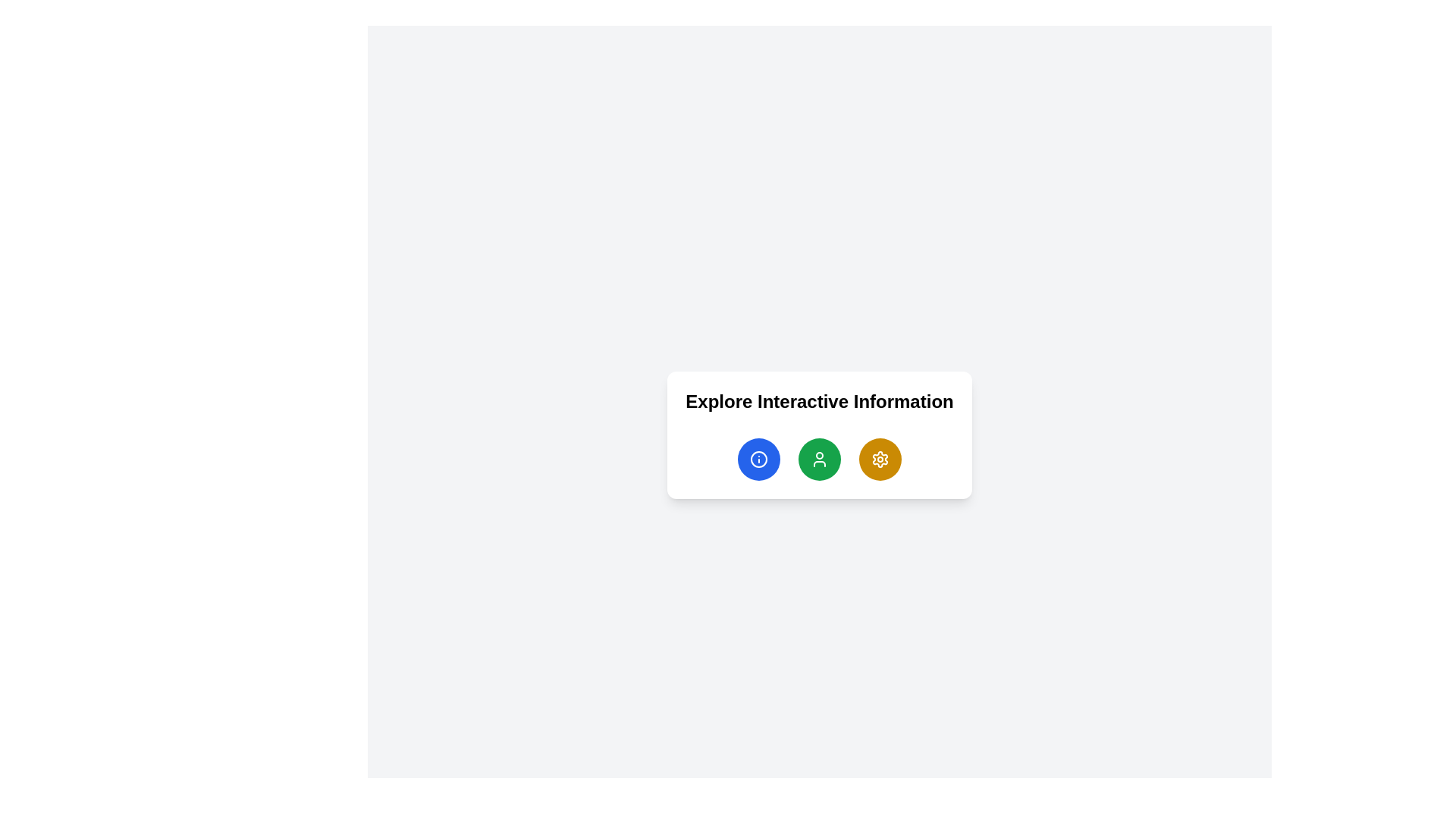 Image resolution: width=1456 pixels, height=819 pixels. What do you see at coordinates (758, 458) in the screenshot?
I see `the first circular icon button with a blue background and an 'info' symbol, located below the 'Explore Interactive Information' label` at bounding box center [758, 458].